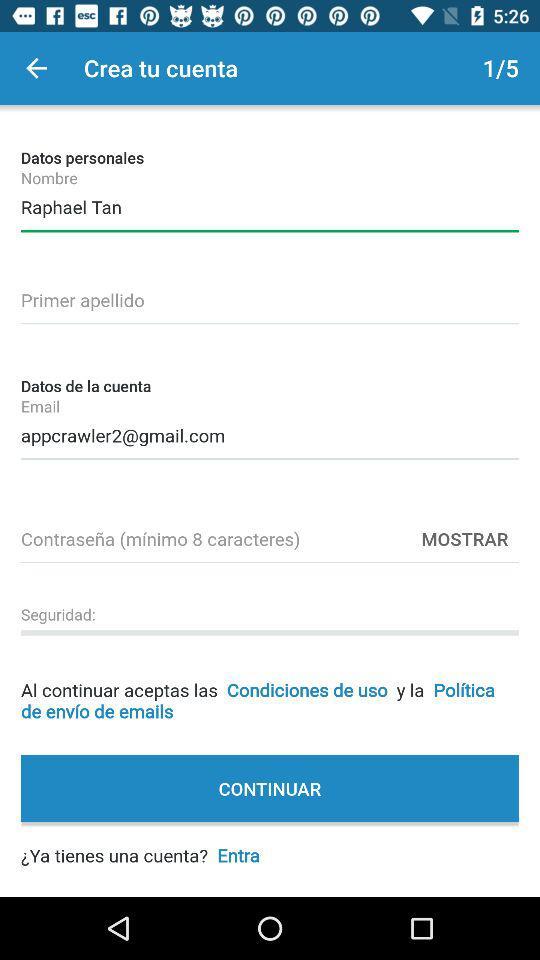  What do you see at coordinates (270, 296) in the screenshot?
I see `the icon below raphael tan` at bounding box center [270, 296].